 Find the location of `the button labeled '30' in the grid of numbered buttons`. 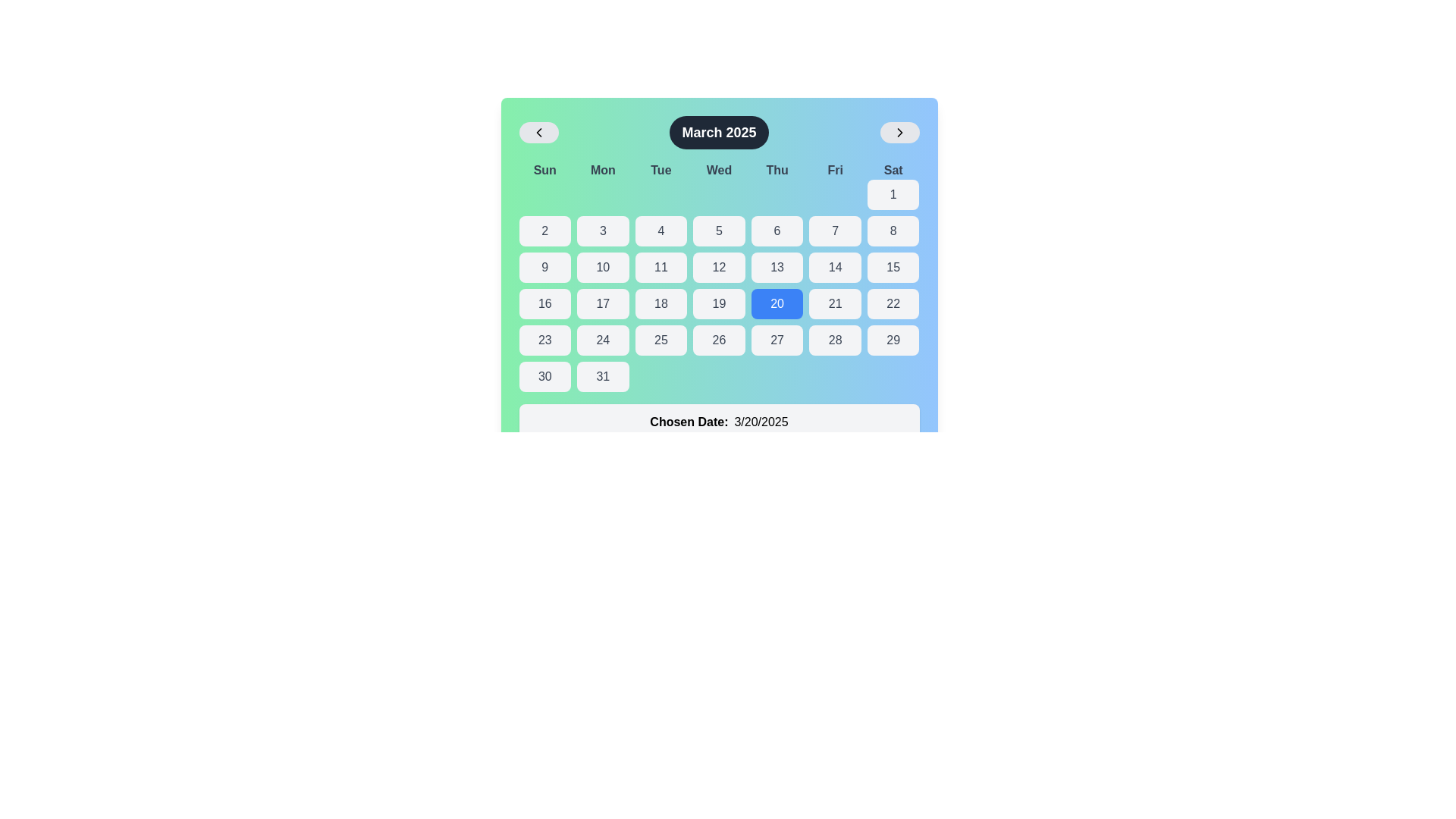

the button labeled '30' in the grid of numbered buttons is located at coordinates (544, 376).